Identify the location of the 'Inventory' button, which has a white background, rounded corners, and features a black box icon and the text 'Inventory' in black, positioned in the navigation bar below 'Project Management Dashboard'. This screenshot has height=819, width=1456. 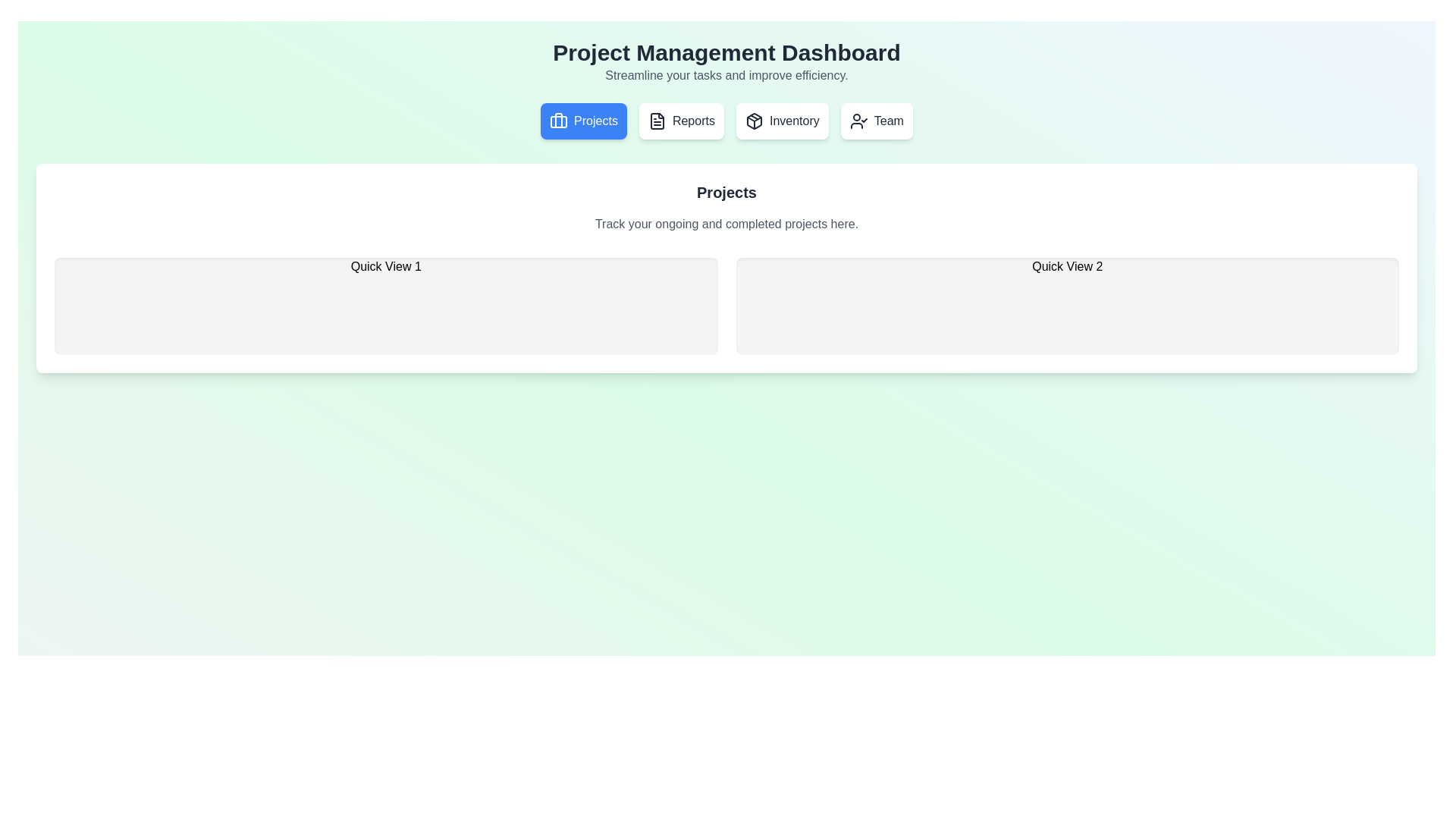
(782, 120).